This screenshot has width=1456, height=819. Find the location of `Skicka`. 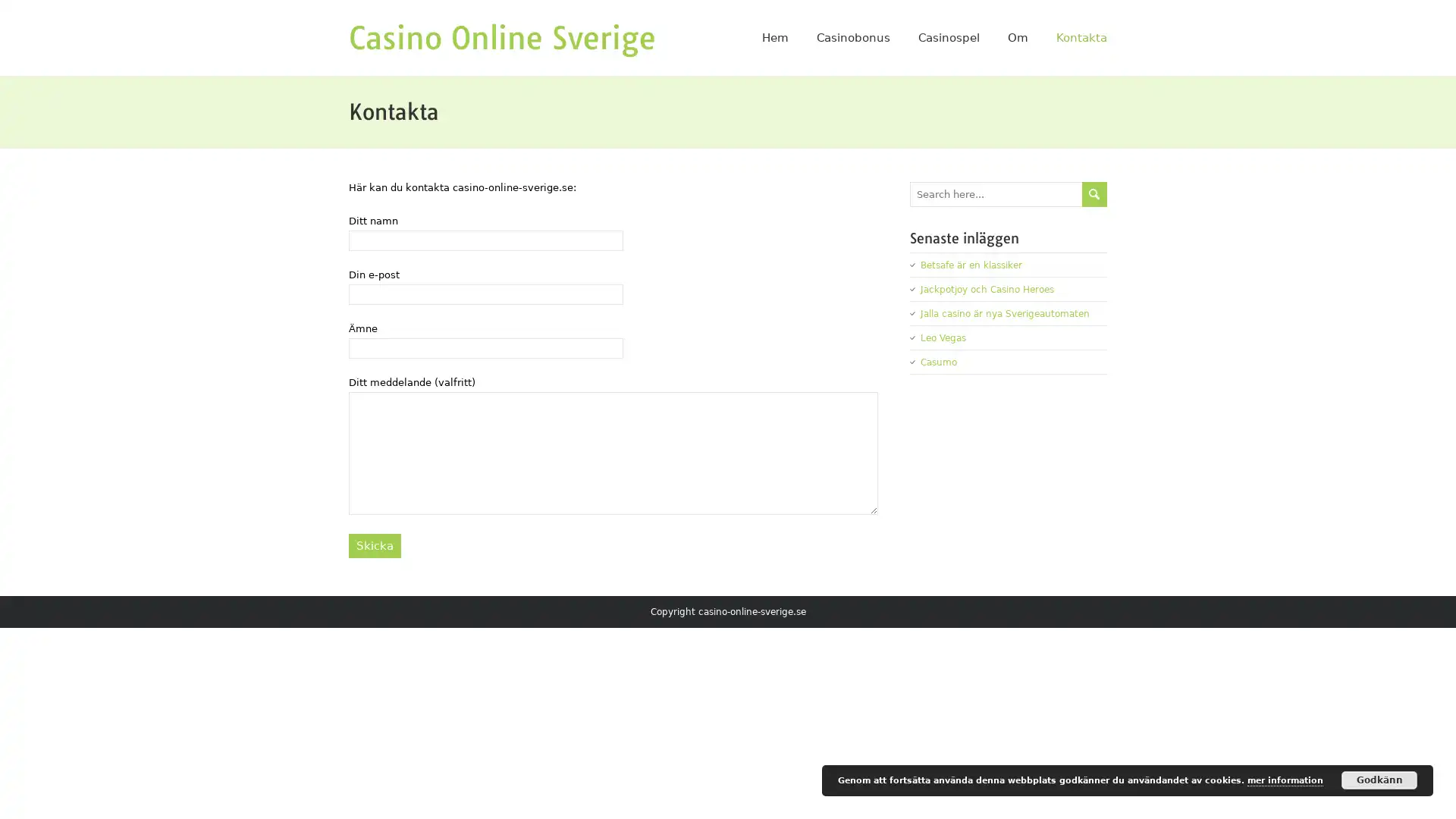

Skicka is located at coordinates (375, 544).